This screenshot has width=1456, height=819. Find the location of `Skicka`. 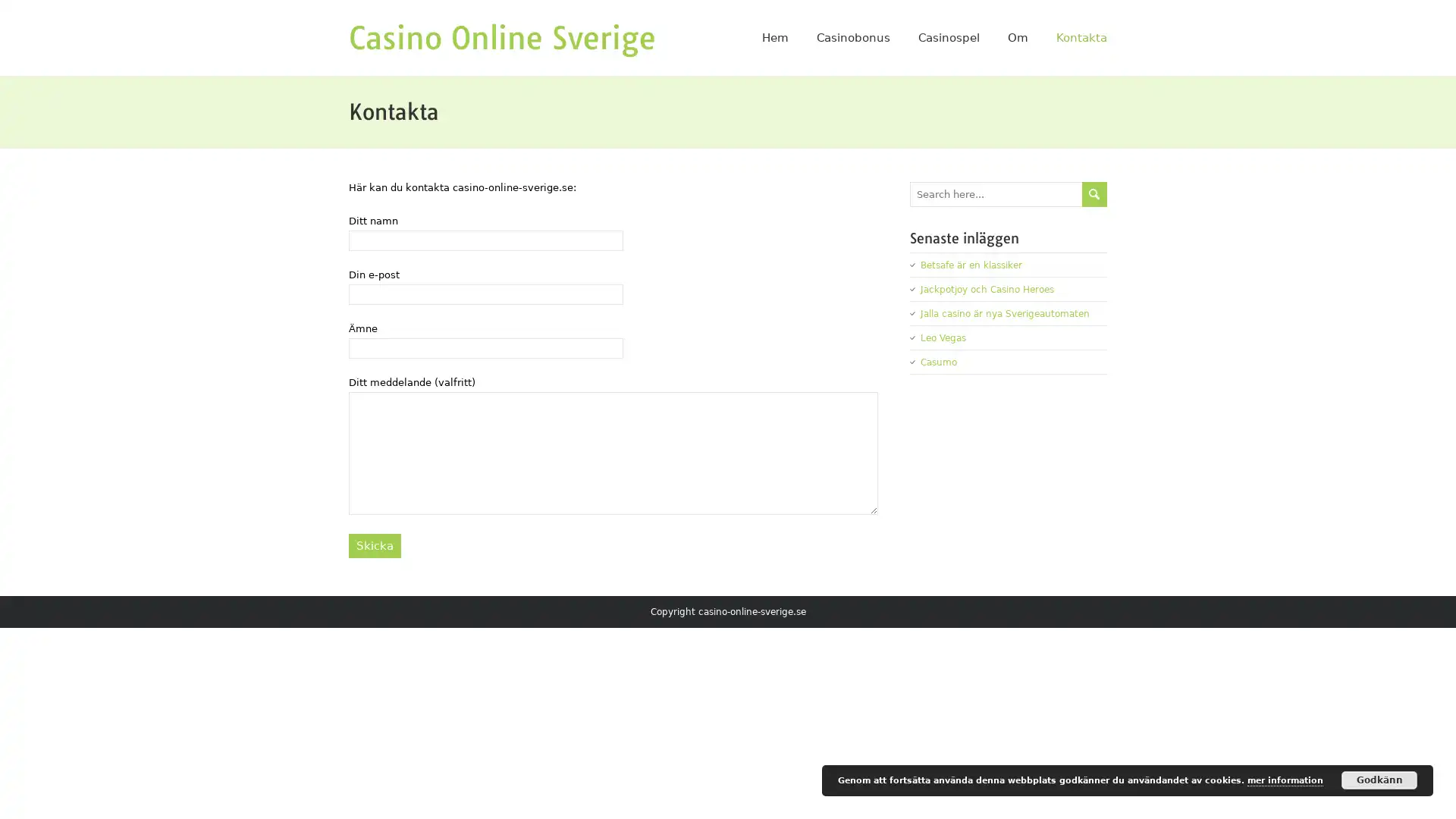

Skicka is located at coordinates (375, 544).